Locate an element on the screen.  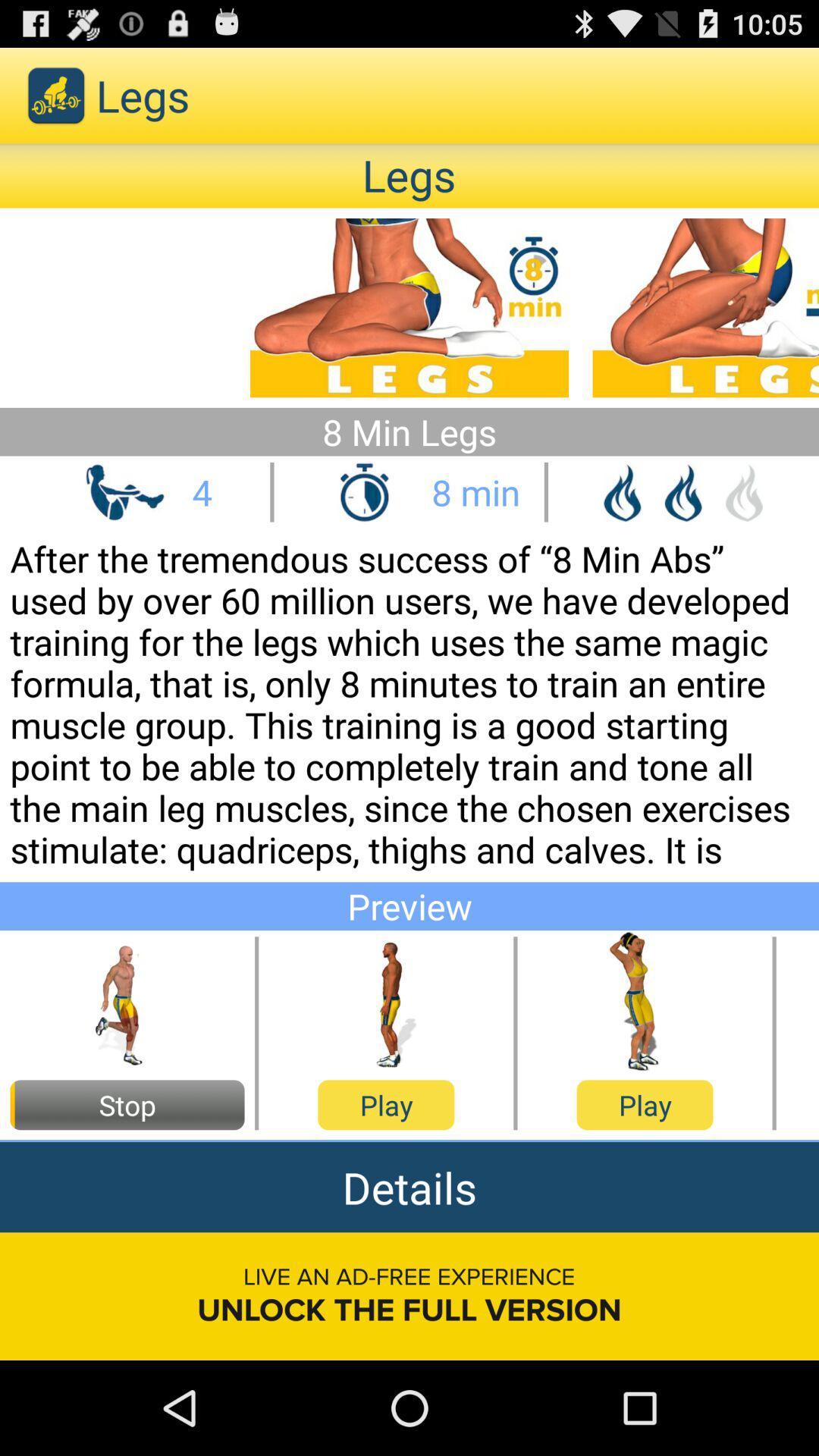
details is located at coordinates (409, 1186).